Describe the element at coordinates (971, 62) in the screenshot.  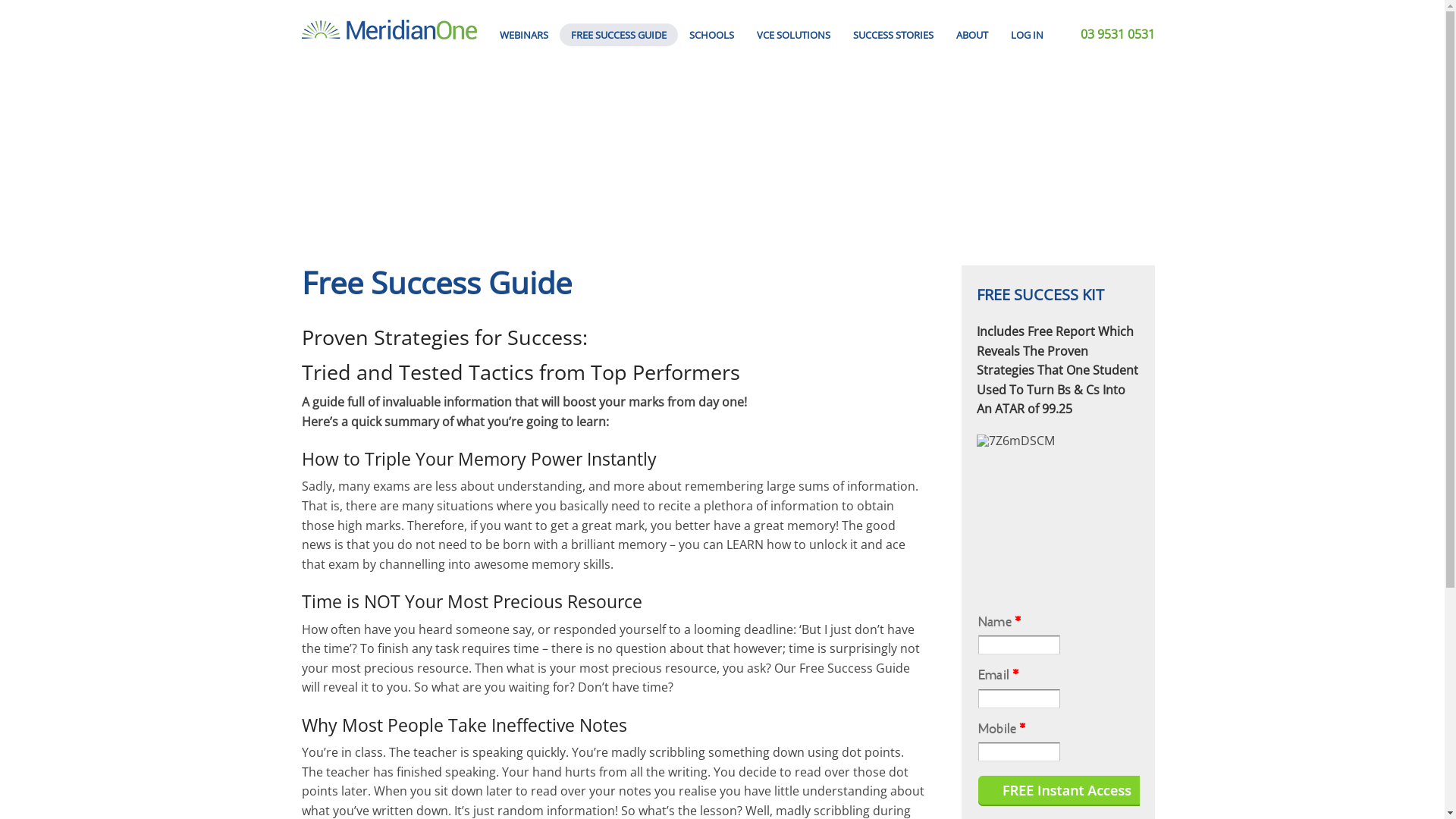
I see `'ABOUT US'` at that location.